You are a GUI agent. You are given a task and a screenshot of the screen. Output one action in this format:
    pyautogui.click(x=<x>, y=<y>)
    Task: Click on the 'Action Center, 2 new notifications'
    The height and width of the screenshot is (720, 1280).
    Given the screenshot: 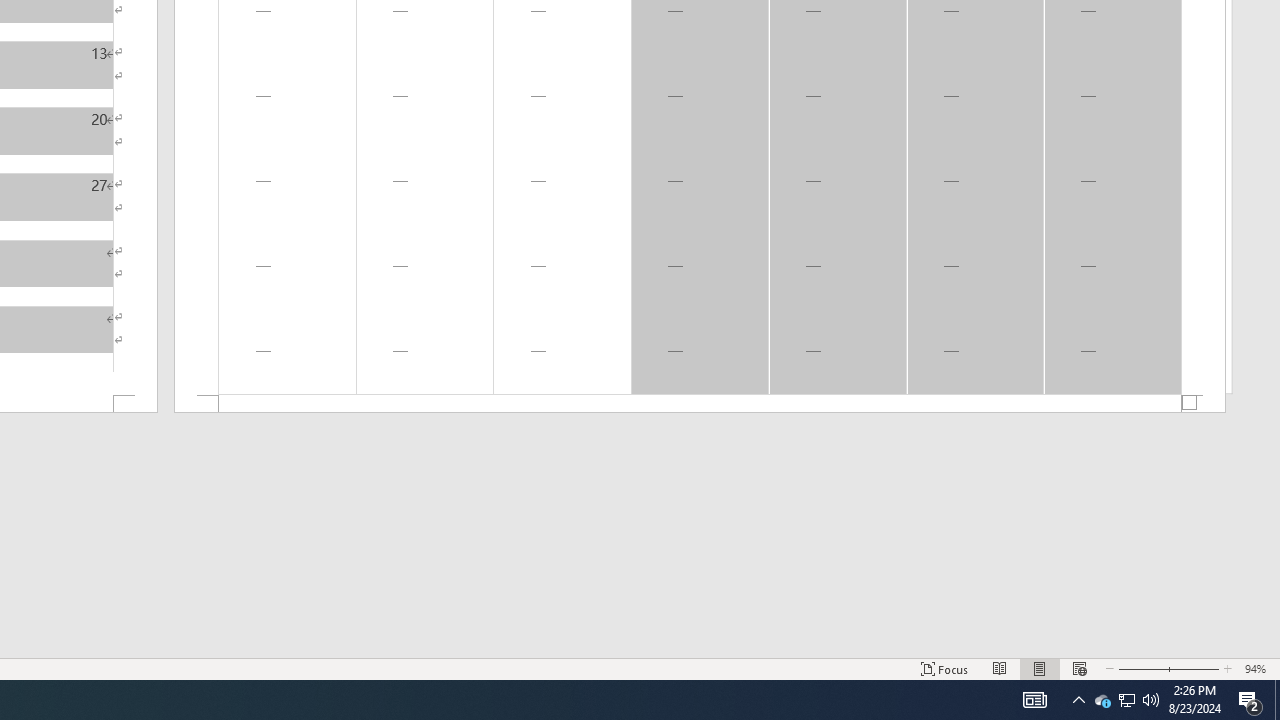 What is the action you would take?
    pyautogui.click(x=1250, y=698)
    